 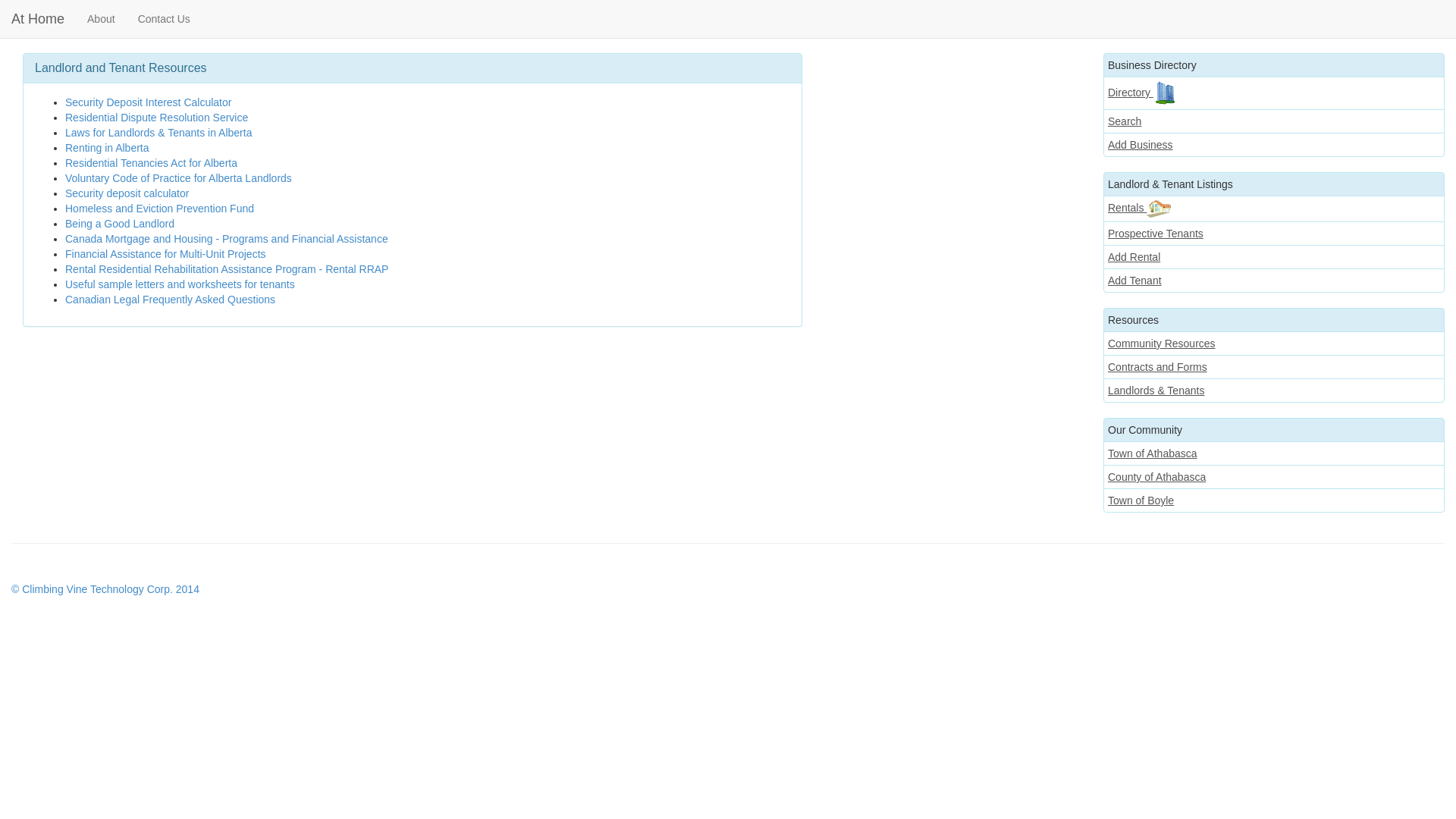 What do you see at coordinates (158, 131) in the screenshot?
I see `'Laws for Landlords & Tenants in Alberta'` at bounding box center [158, 131].